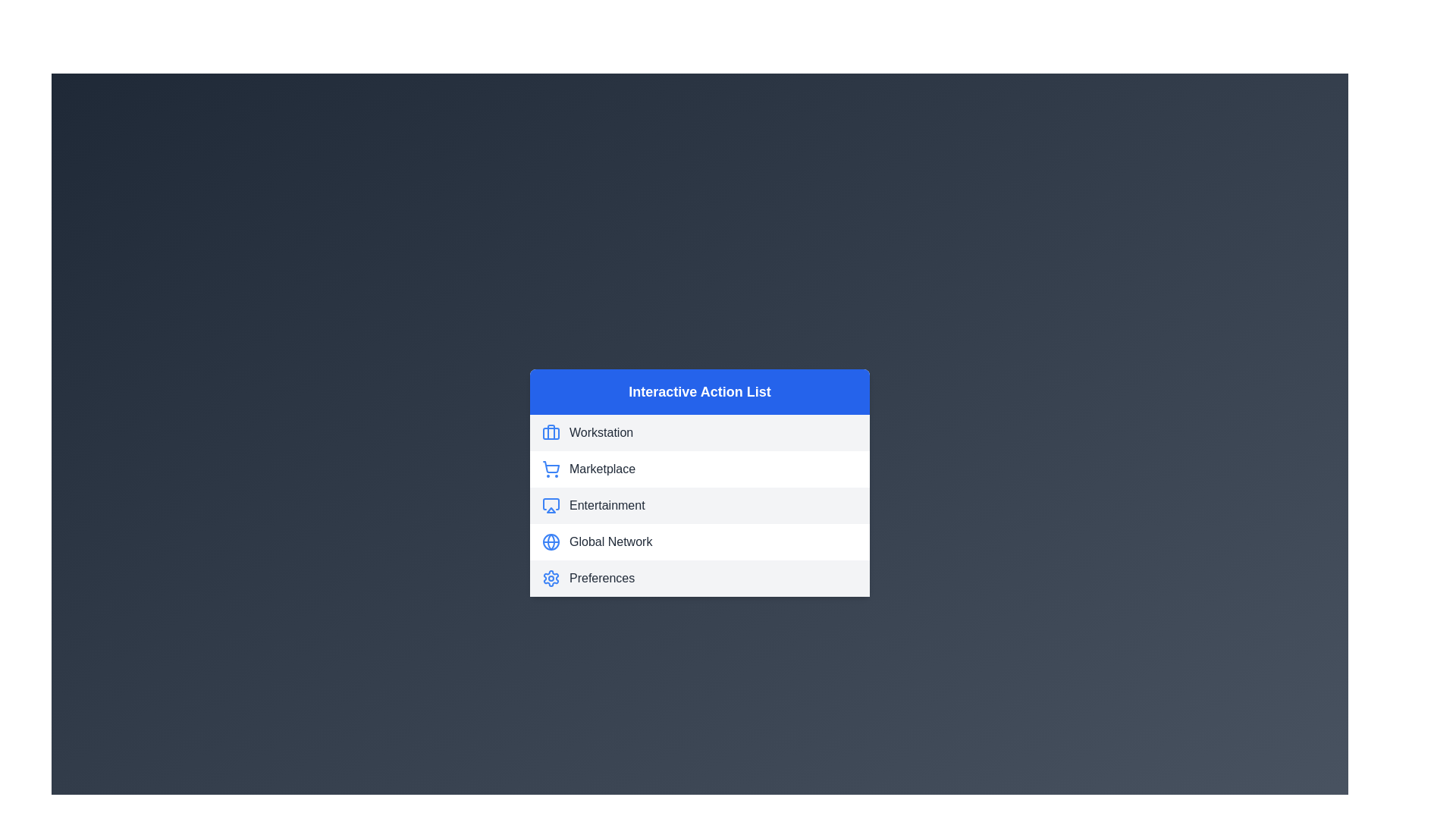  What do you see at coordinates (550, 468) in the screenshot?
I see `the first icon on the second row of the 'Interactive Action List' that is vertically aligned with the 'Marketplace' text` at bounding box center [550, 468].